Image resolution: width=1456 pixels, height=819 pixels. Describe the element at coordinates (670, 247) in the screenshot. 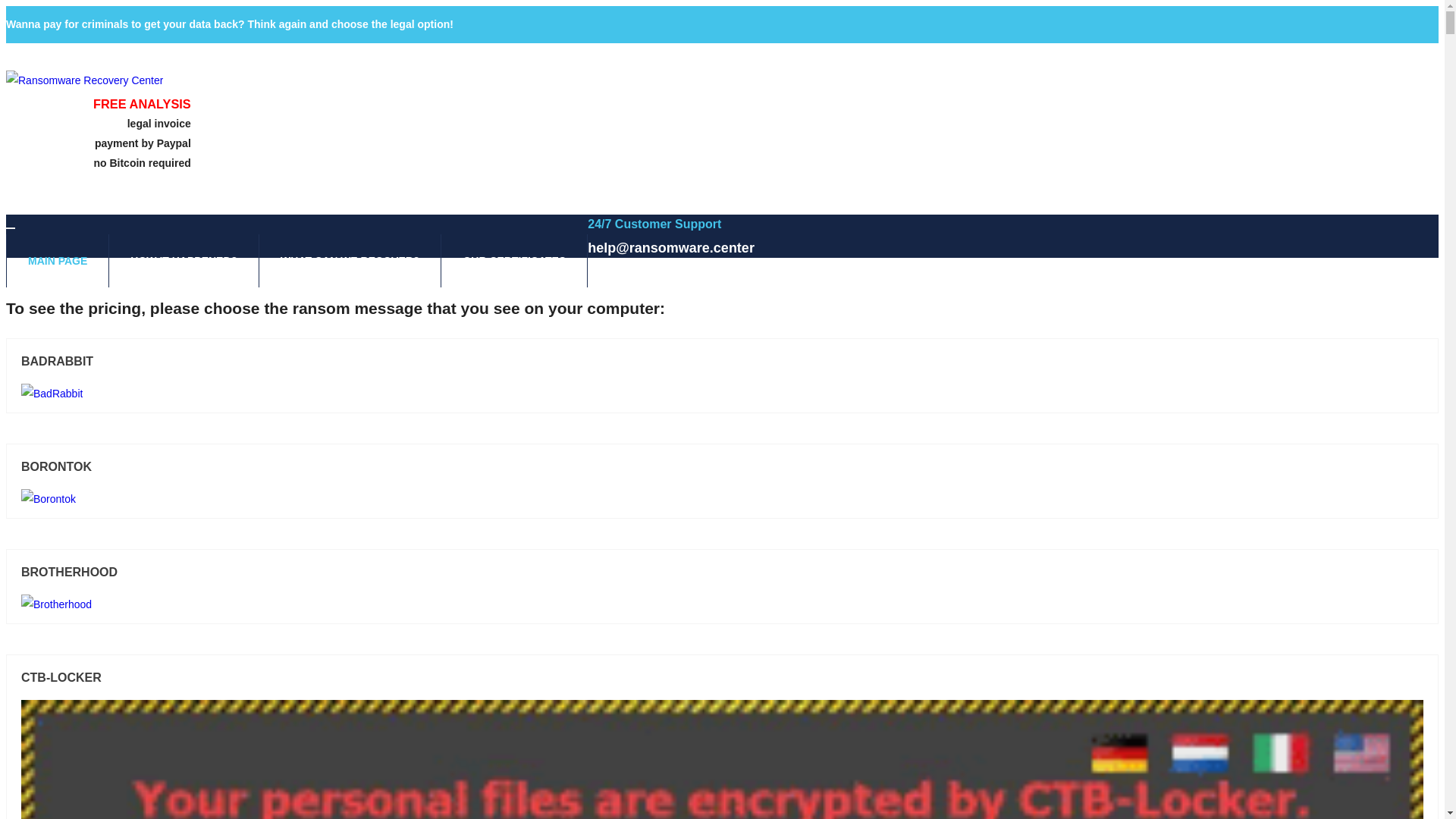

I see `'help@ransomware.center'` at that location.